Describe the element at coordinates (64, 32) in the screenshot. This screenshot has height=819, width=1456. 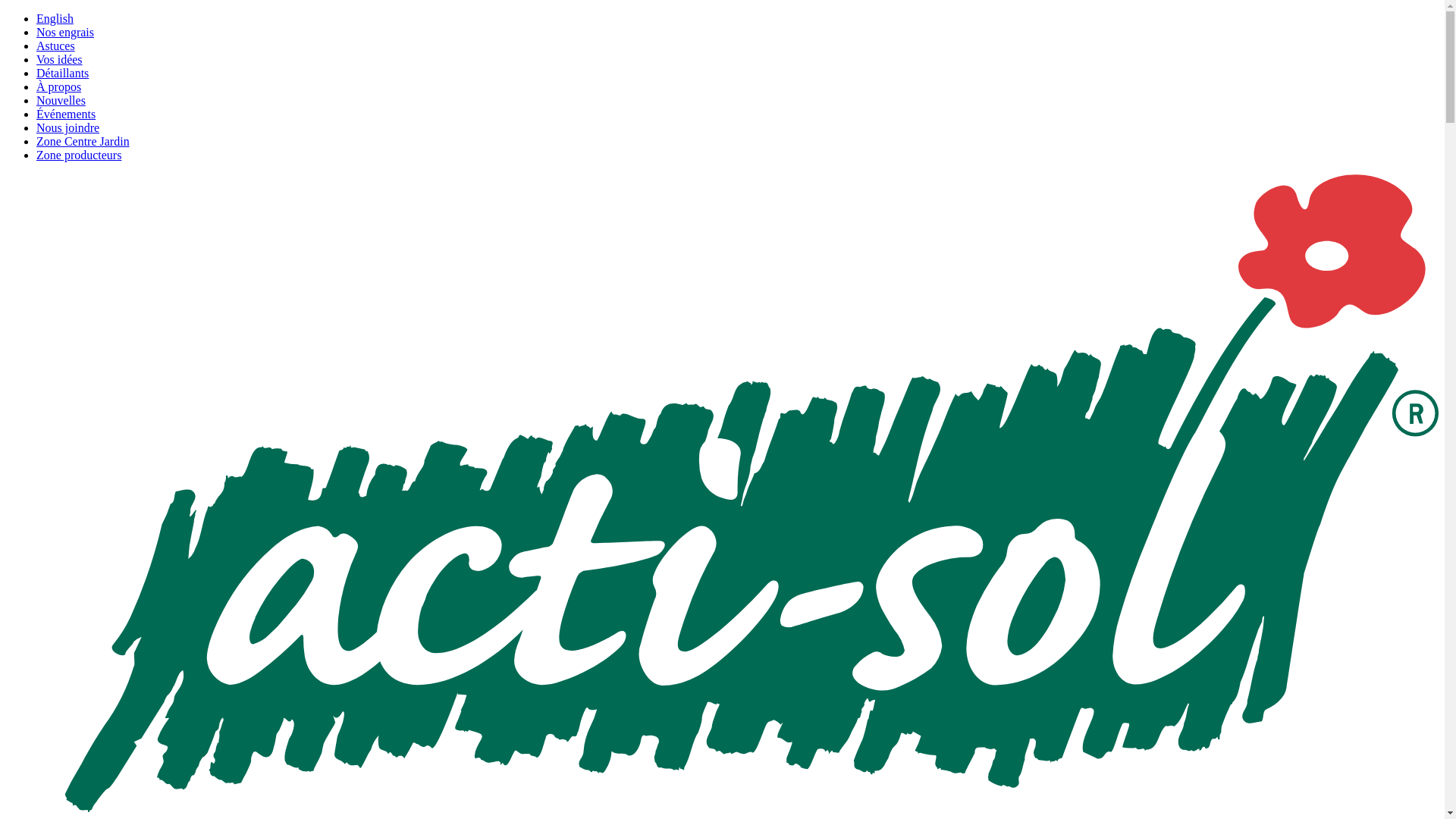
I see `'Nos engrais'` at that location.